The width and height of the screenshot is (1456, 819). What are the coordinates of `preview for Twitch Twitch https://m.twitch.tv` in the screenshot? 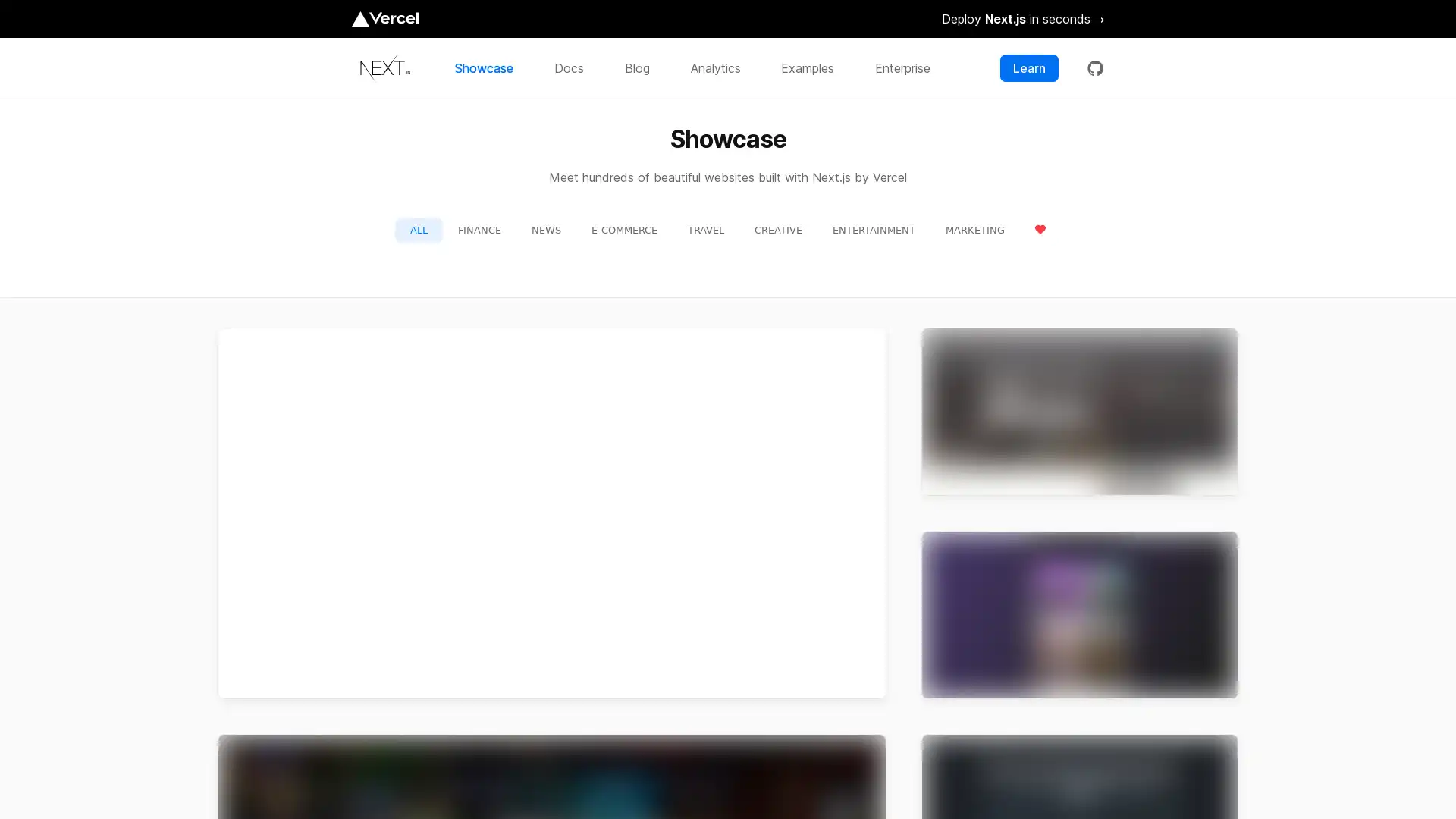 It's located at (1079, 614).